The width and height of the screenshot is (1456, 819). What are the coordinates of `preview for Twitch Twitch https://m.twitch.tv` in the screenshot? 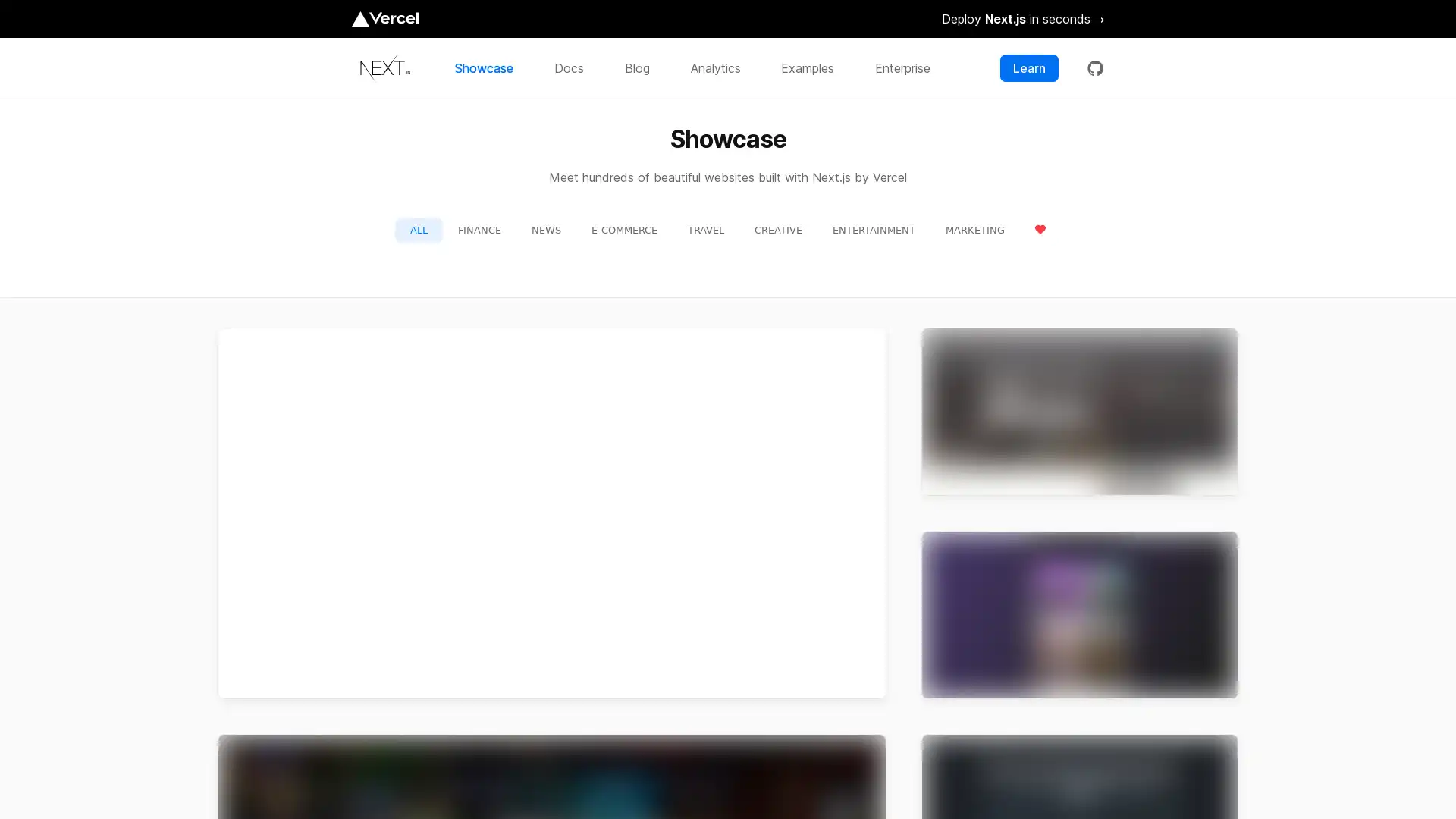 It's located at (1079, 614).